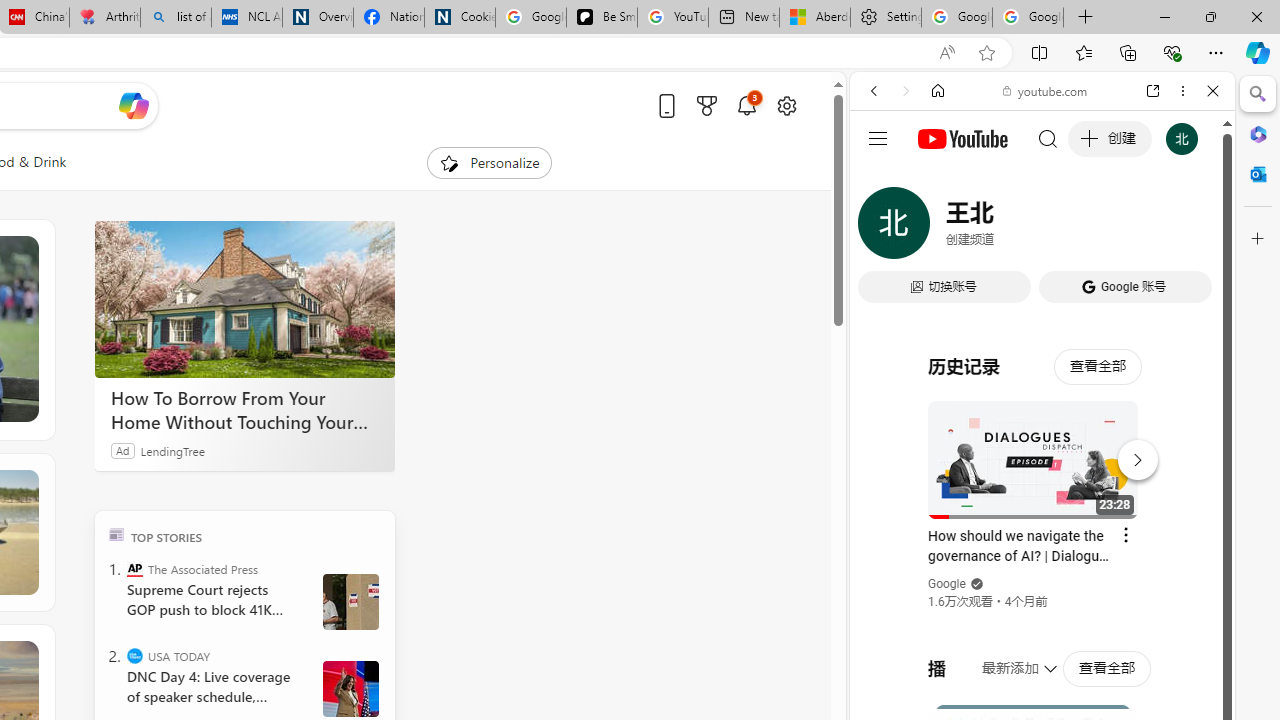 This screenshot has height=720, width=1280. What do you see at coordinates (1153, 91) in the screenshot?
I see `'Open link in new tab'` at bounding box center [1153, 91].